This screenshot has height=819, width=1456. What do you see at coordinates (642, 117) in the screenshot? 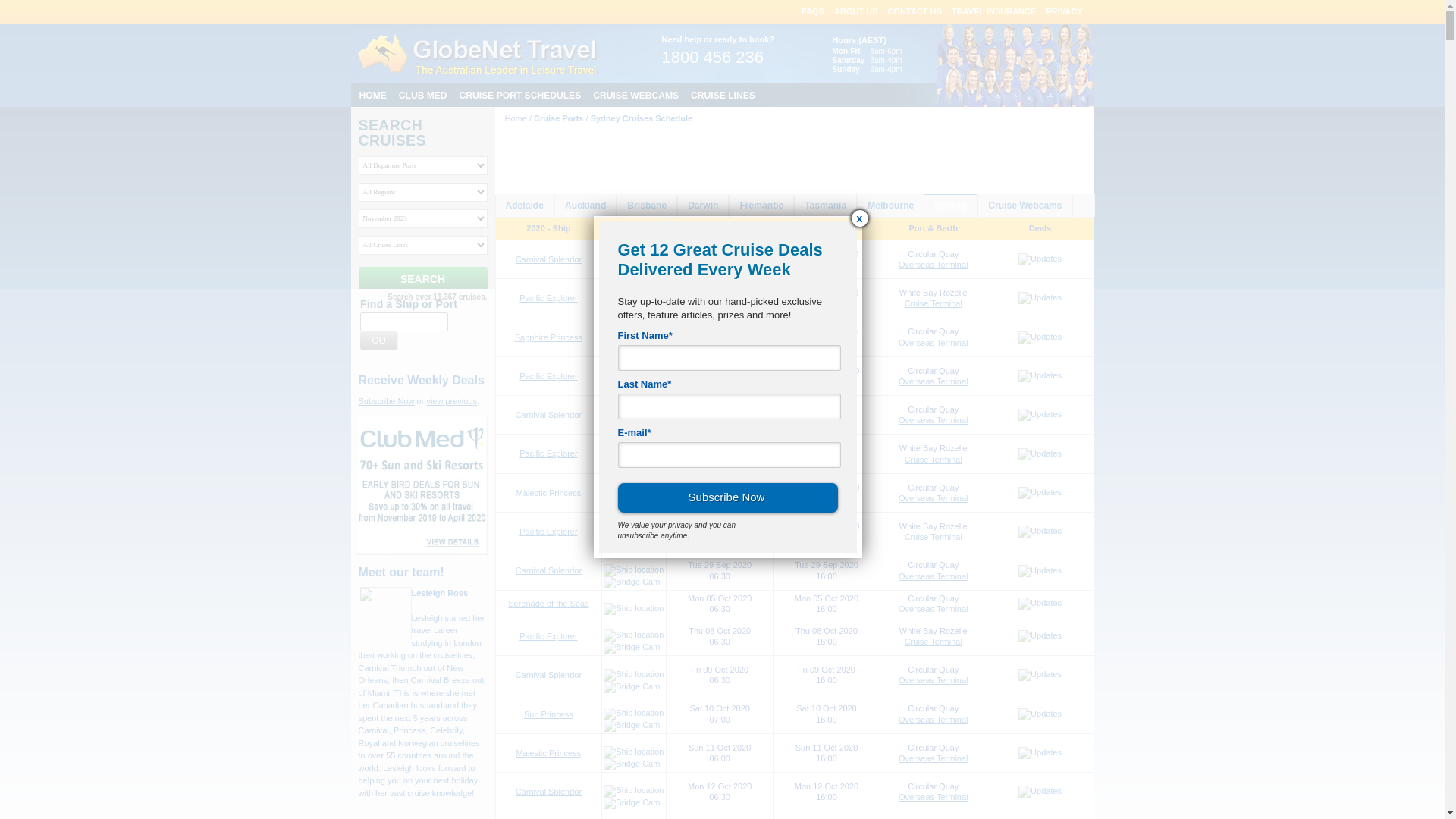
I see `'Sydney Cruises Schedule'` at bounding box center [642, 117].